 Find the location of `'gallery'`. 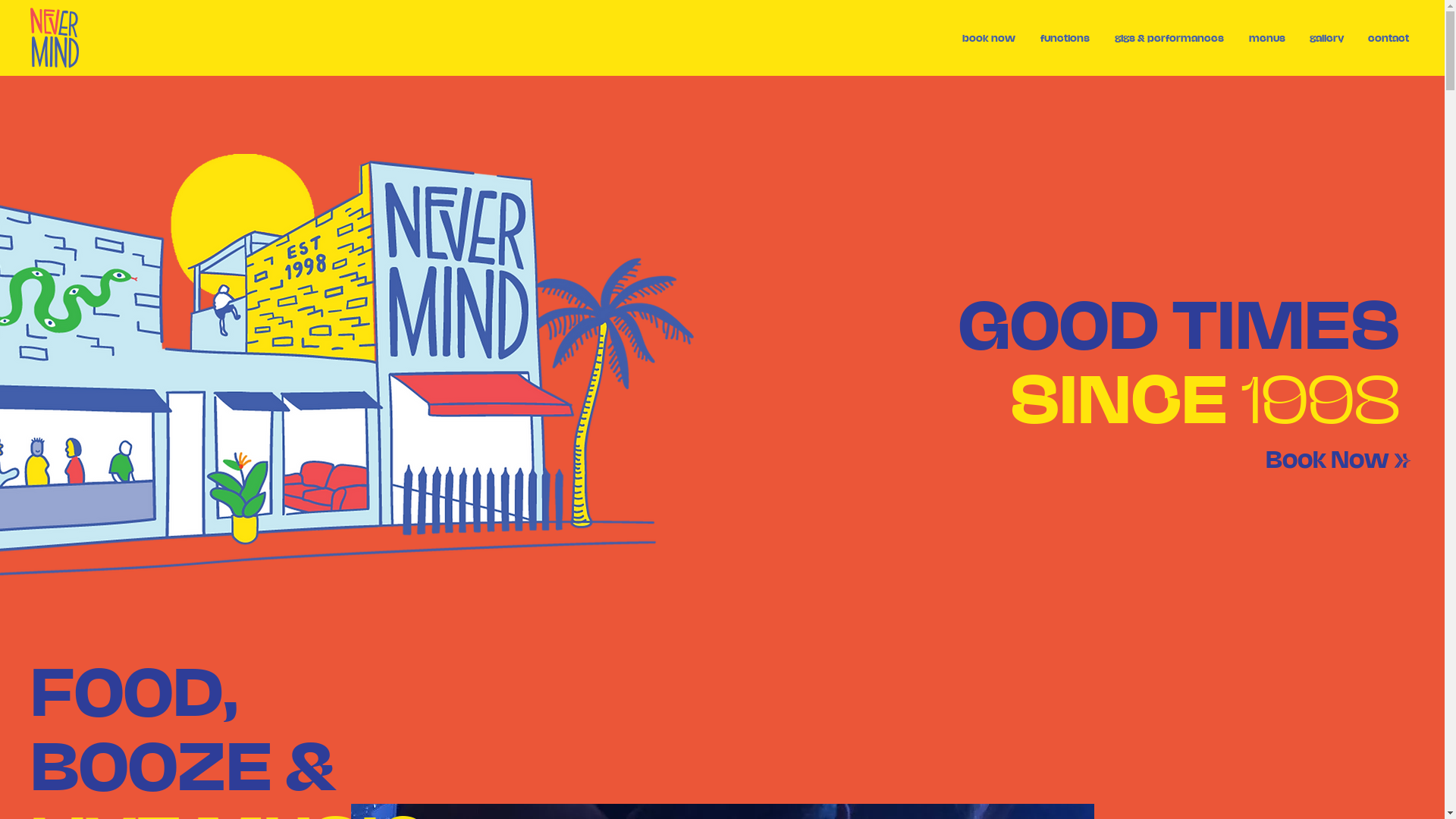

'gallery' is located at coordinates (1326, 36).